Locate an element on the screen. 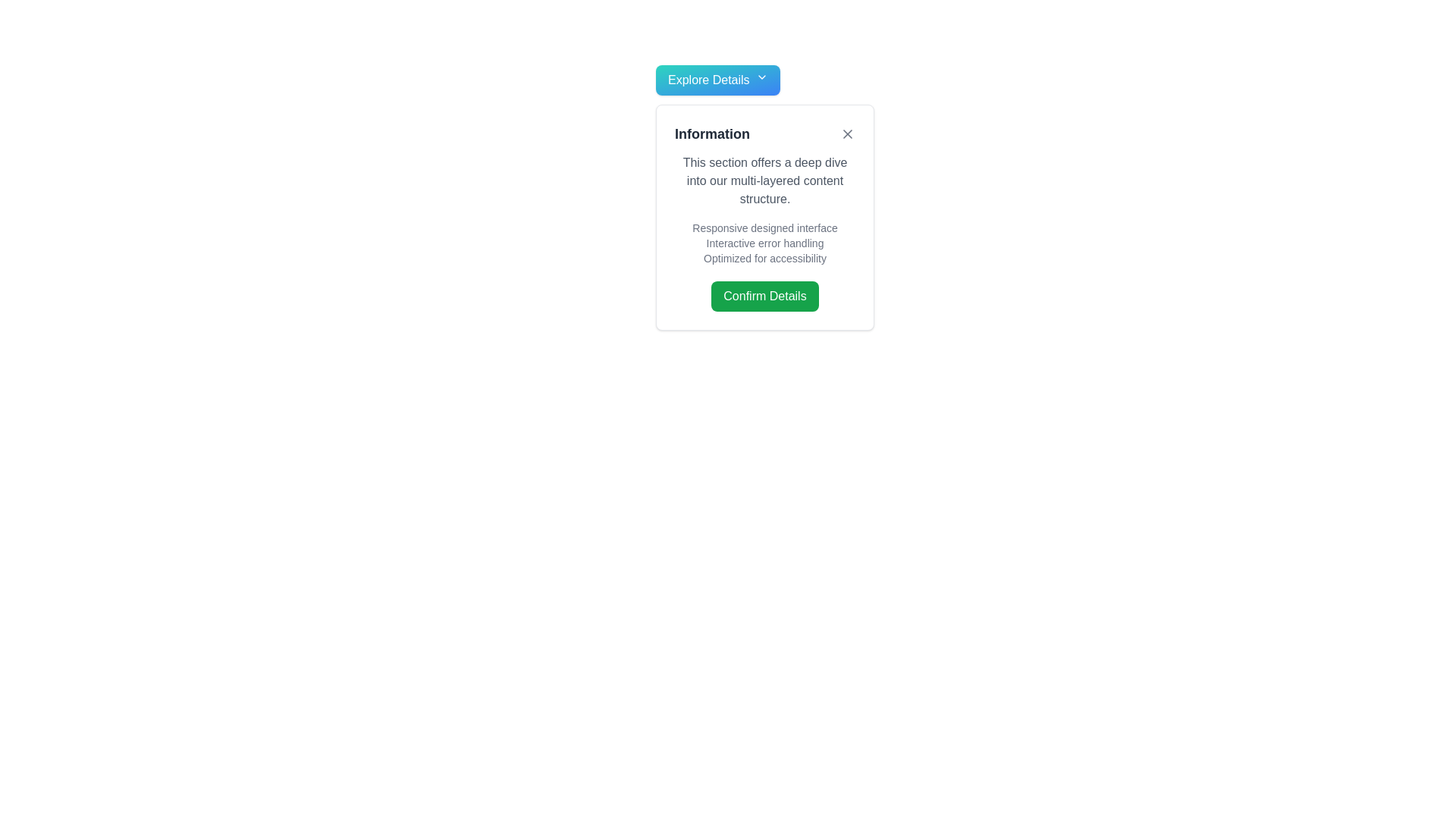  the text element that provides information about interactive error handling, which is the second item in a vertical list, located below 'Responsive designed interface' and above 'Optimized for accessibility' is located at coordinates (764, 242).